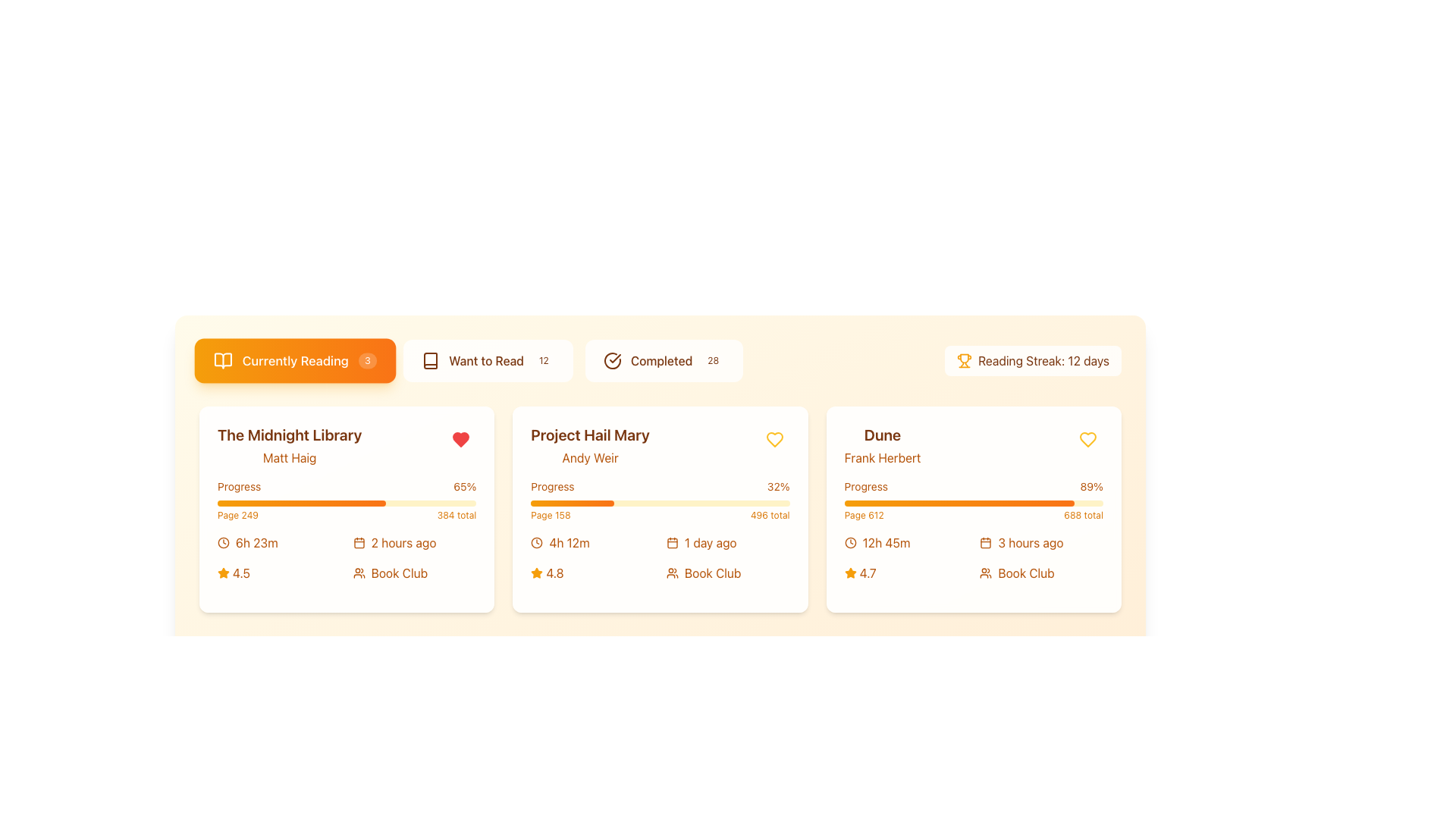  I want to click on the Progress bar representing 32% of the reading progress for the book 'Project Hail Mary', located below the text 'Progress', so click(571, 503).